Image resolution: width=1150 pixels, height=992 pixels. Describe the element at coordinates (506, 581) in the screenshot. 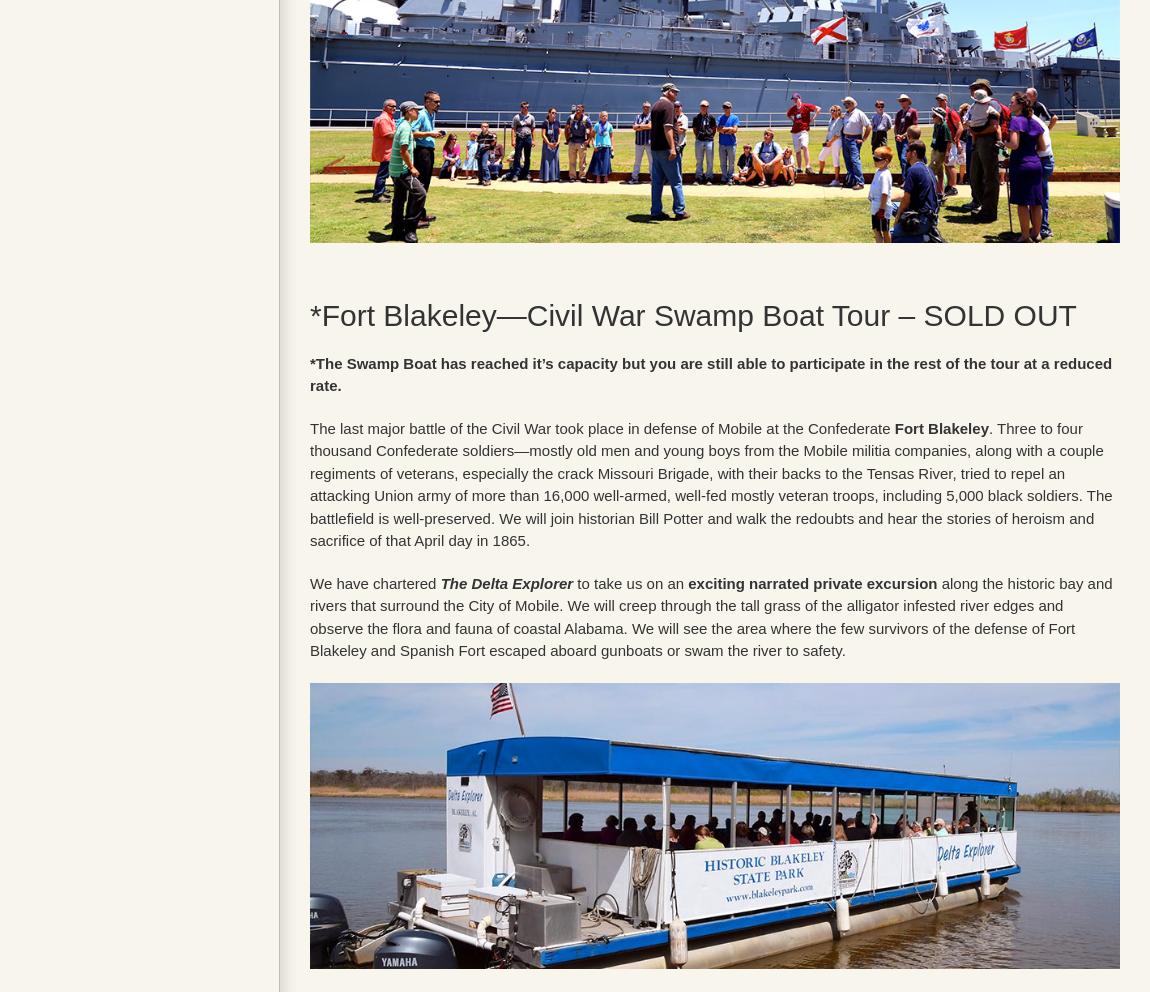

I see `'The Delta Explorer'` at that location.